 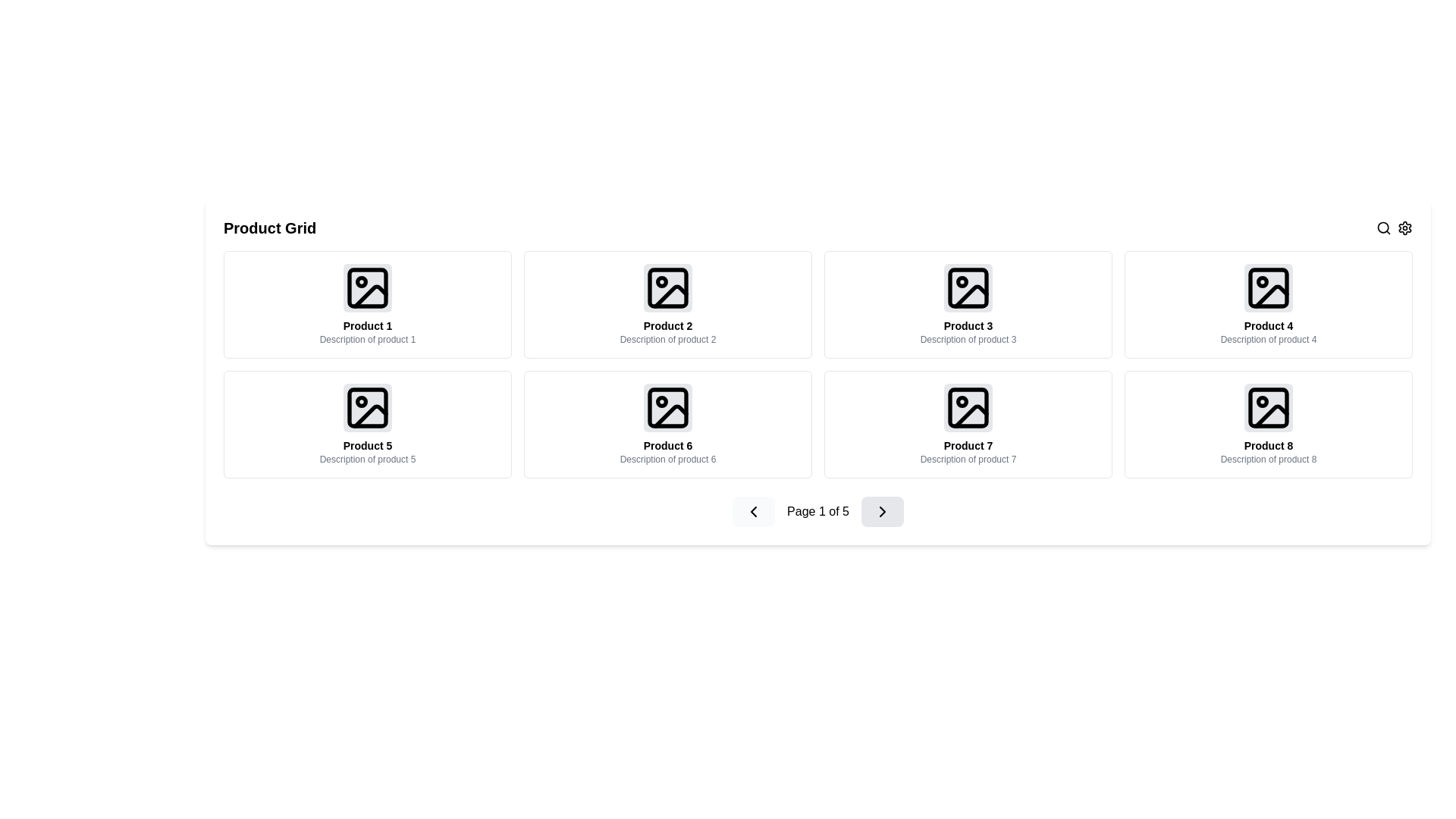 I want to click on the landscape icon located in the center of the product card labeled 'Product 6' with a subtitle 'Description of product 6', so click(x=667, y=406).